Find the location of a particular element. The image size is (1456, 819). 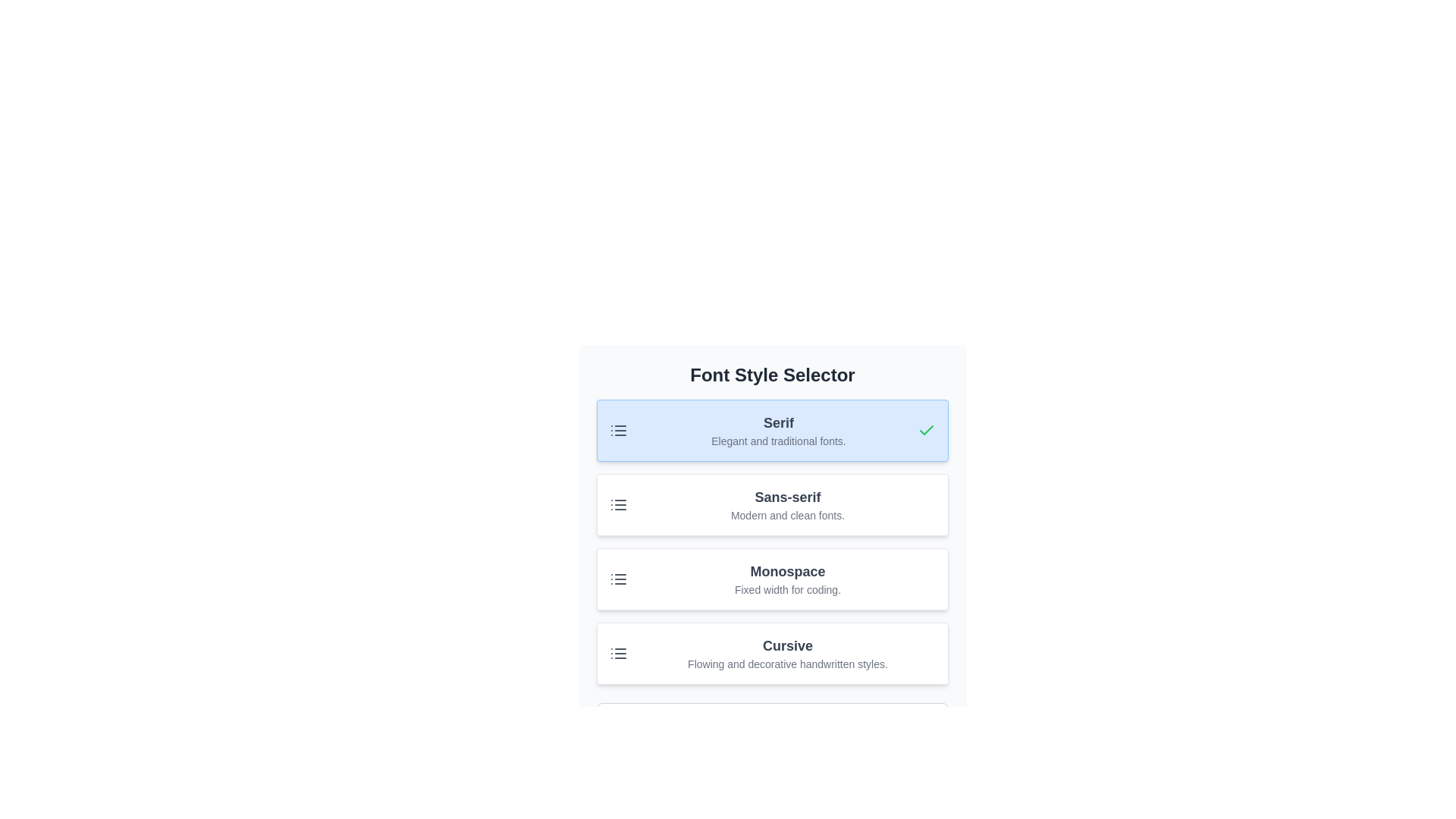

the text display block labeled 'Cursive' in the font style selector is located at coordinates (787, 652).